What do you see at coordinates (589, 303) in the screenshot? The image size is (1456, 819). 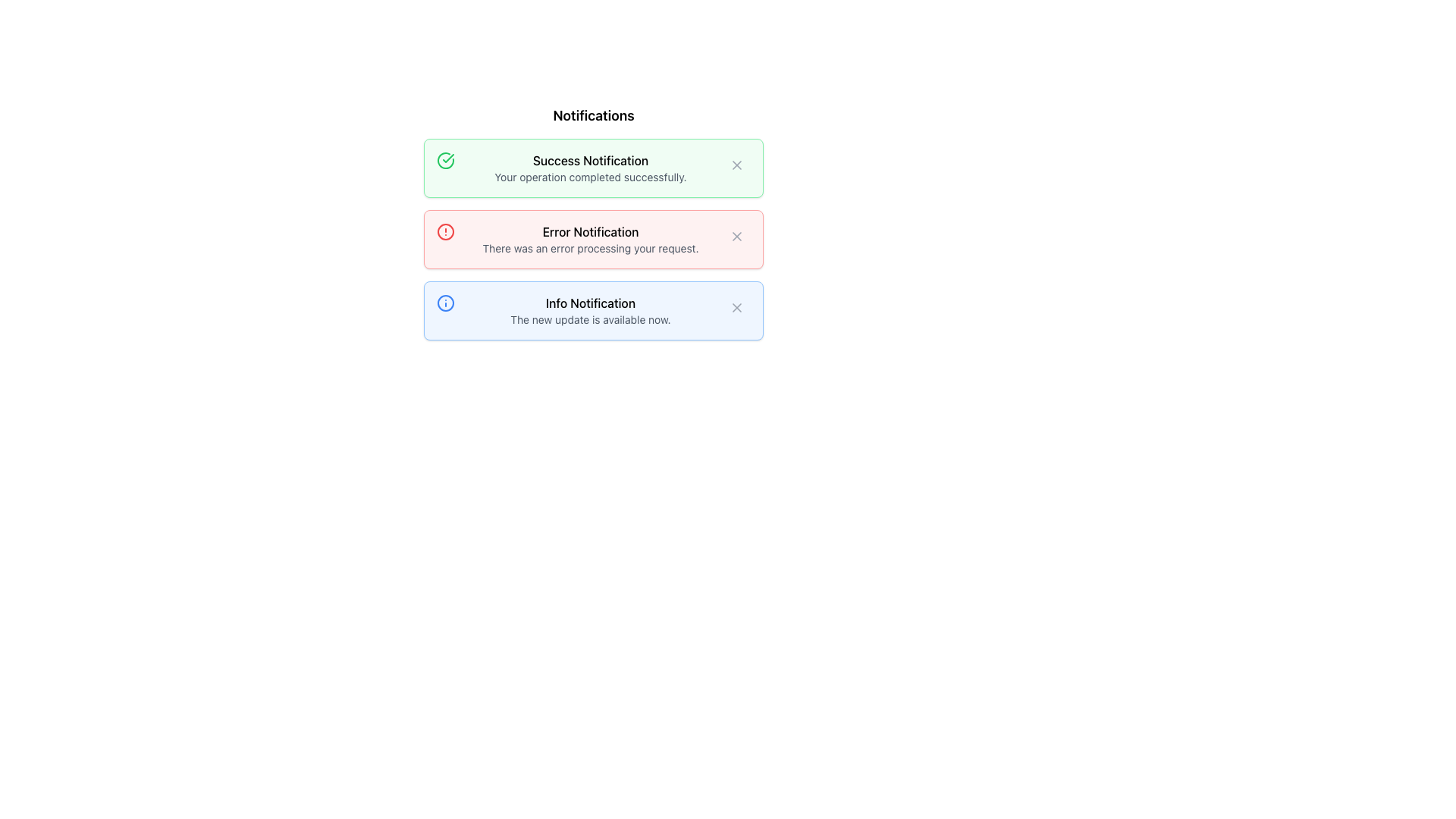 I see `the title of the 'Info Notification' block, which is the static text located at the top section of the blue-bordered notification area, positioned above the descriptive text and is the third notification in the list` at bounding box center [589, 303].